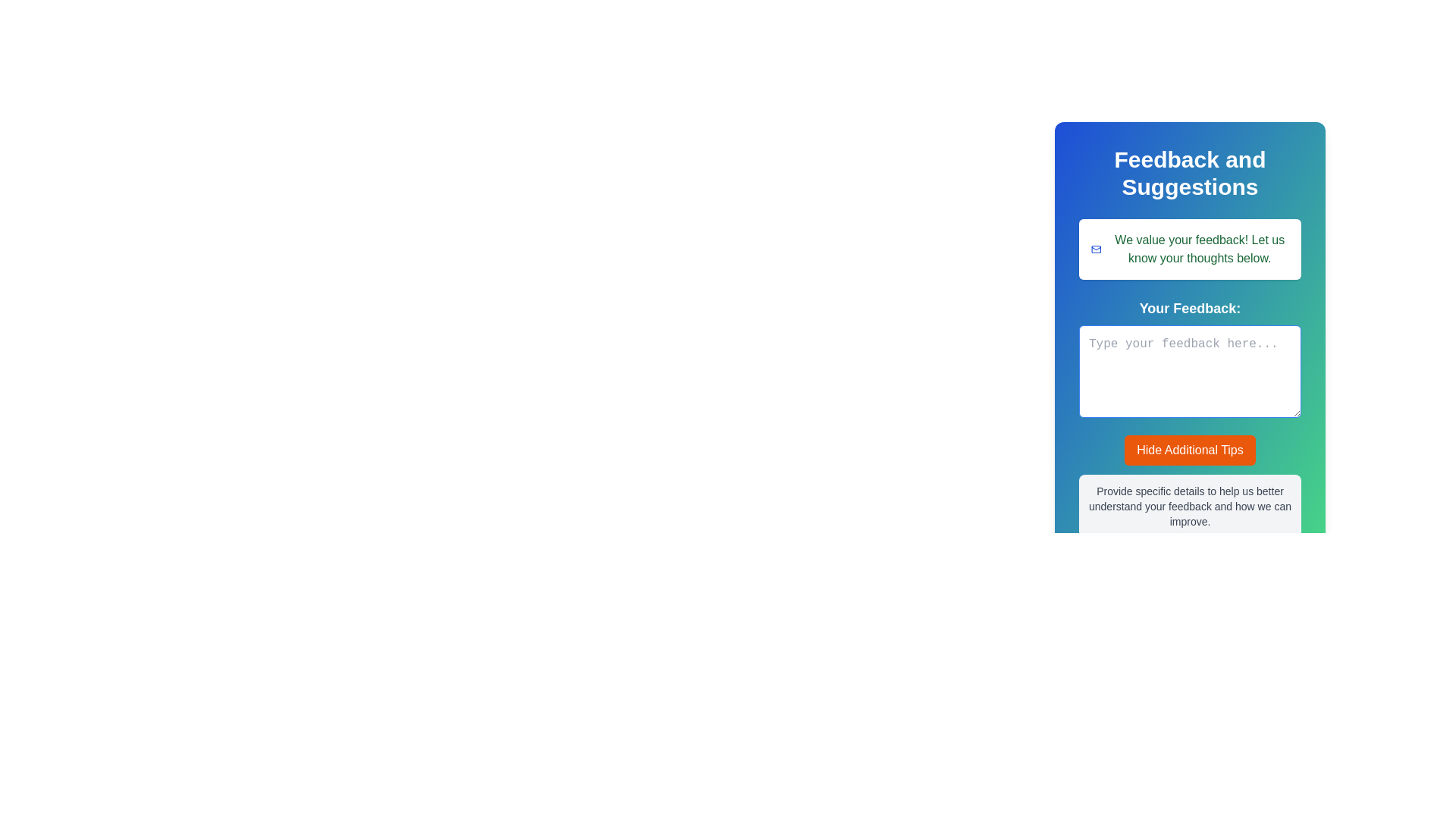  I want to click on the text label displaying 'Your Feedback:' which is styled with a bold font and is located below the section titled 'We value your feedback! Let us know your thoughts below.', so click(1189, 308).